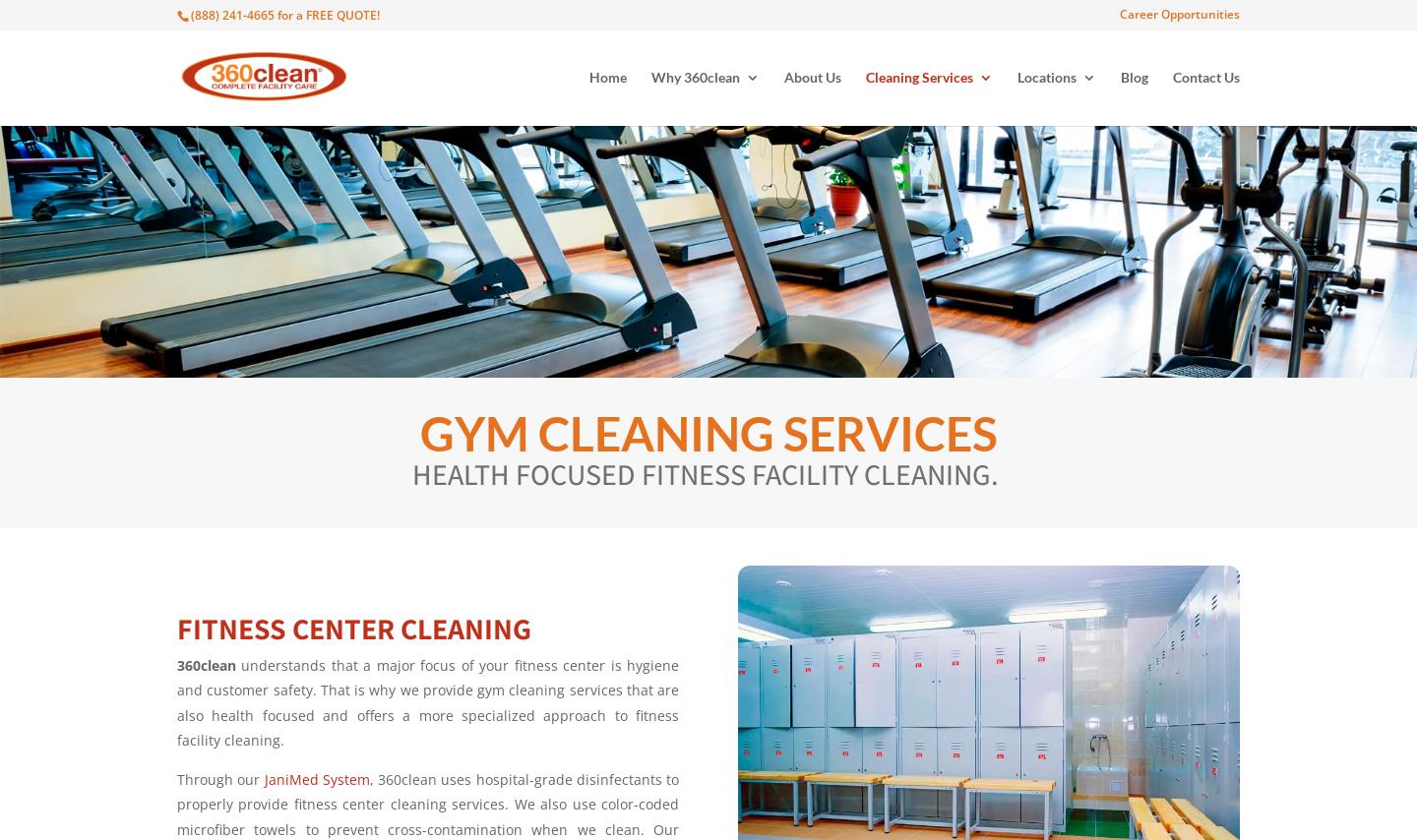 This screenshot has width=1417, height=840. What do you see at coordinates (428, 702) in the screenshot?
I see `'understands that a major focus of your fitness center is hygiene and customer safety. That is why we provide gym cleaning services that are also health focused and offers a more specialized approach to fitness facility cleaning.'` at bounding box center [428, 702].